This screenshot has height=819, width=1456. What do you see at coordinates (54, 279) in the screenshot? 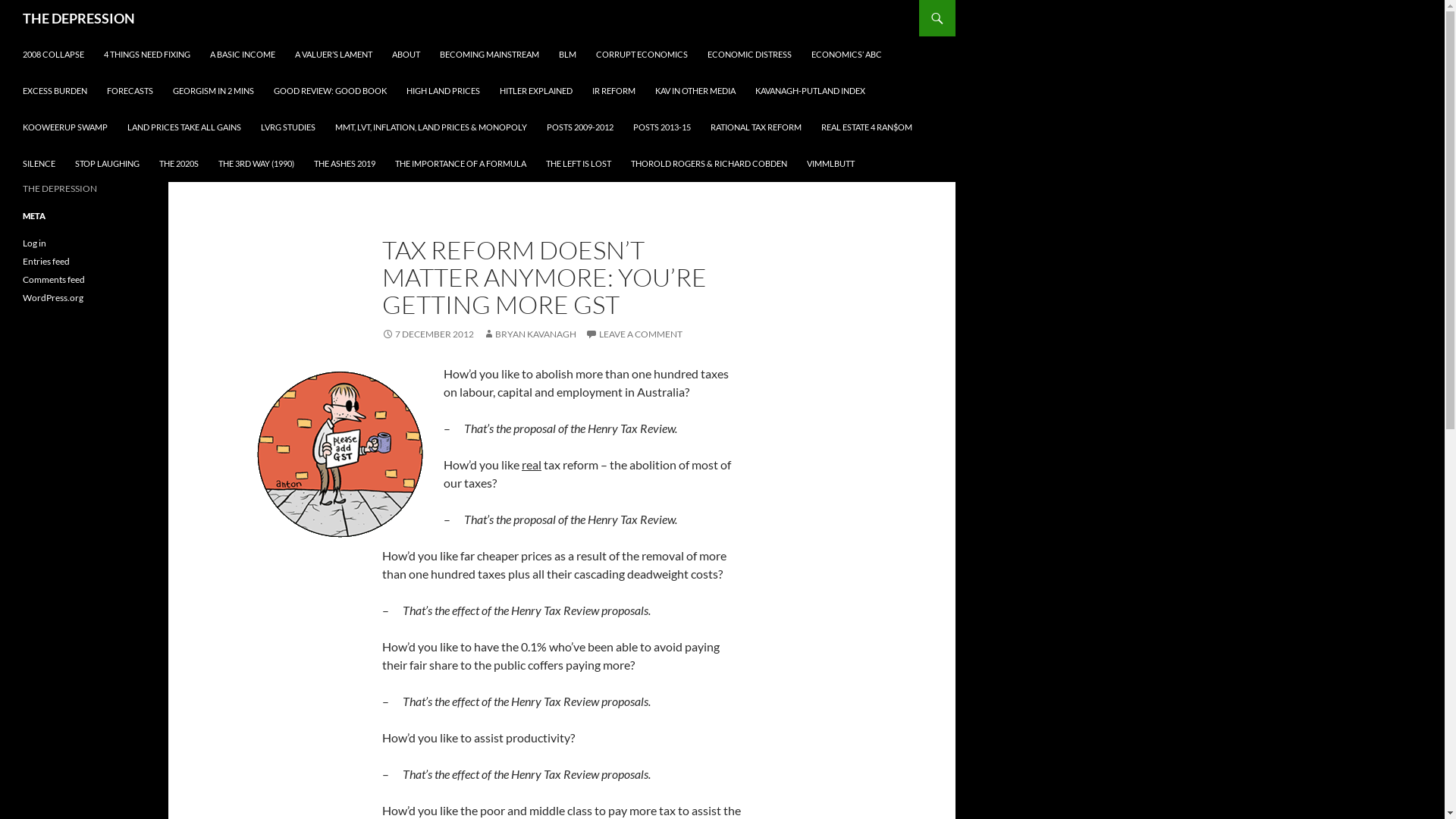
I see `'Comments feed'` at bounding box center [54, 279].